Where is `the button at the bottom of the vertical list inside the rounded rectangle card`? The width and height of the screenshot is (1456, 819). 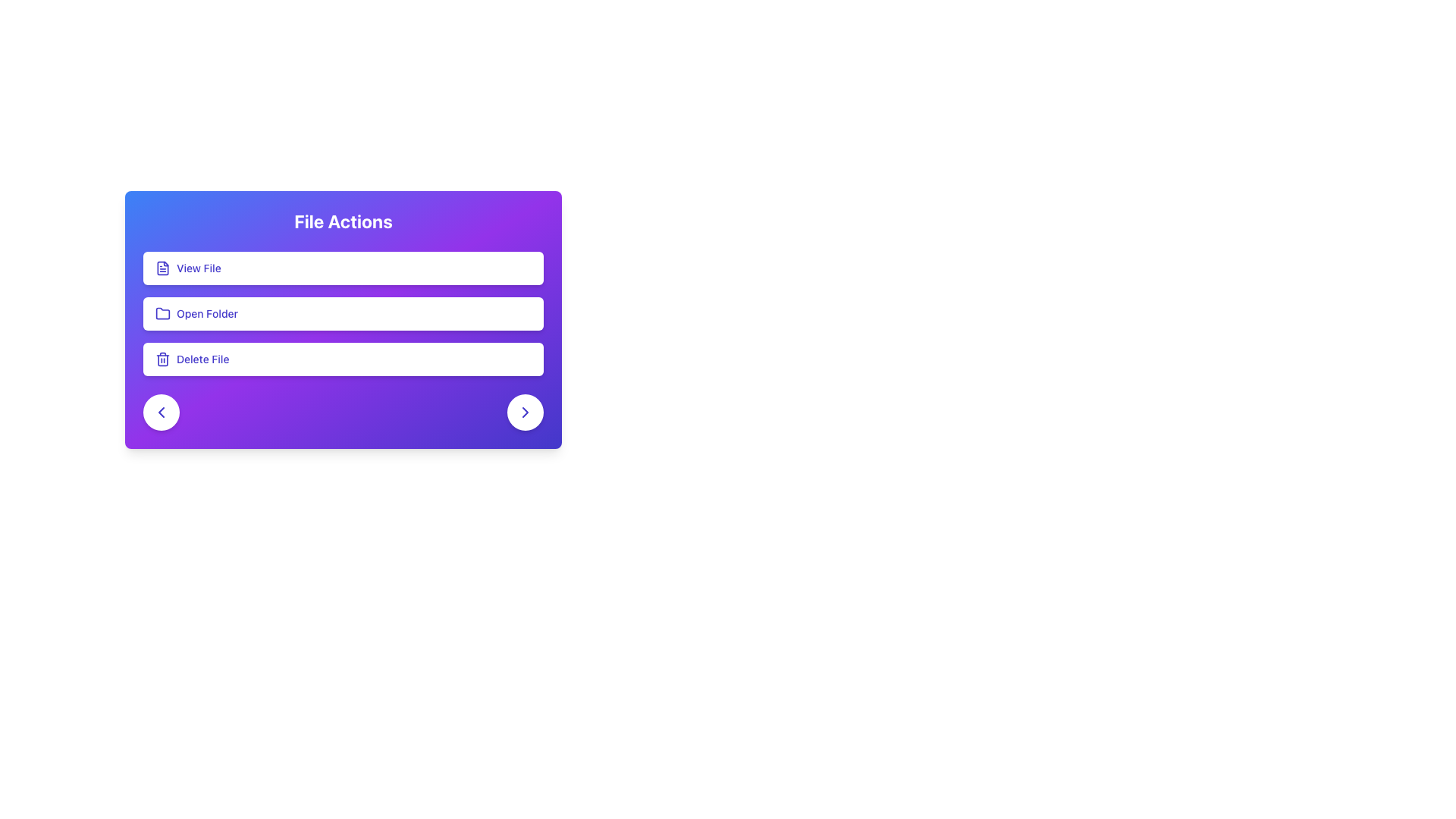 the button at the bottom of the vertical list inside the rounded rectangle card is located at coordinates (191, 359).